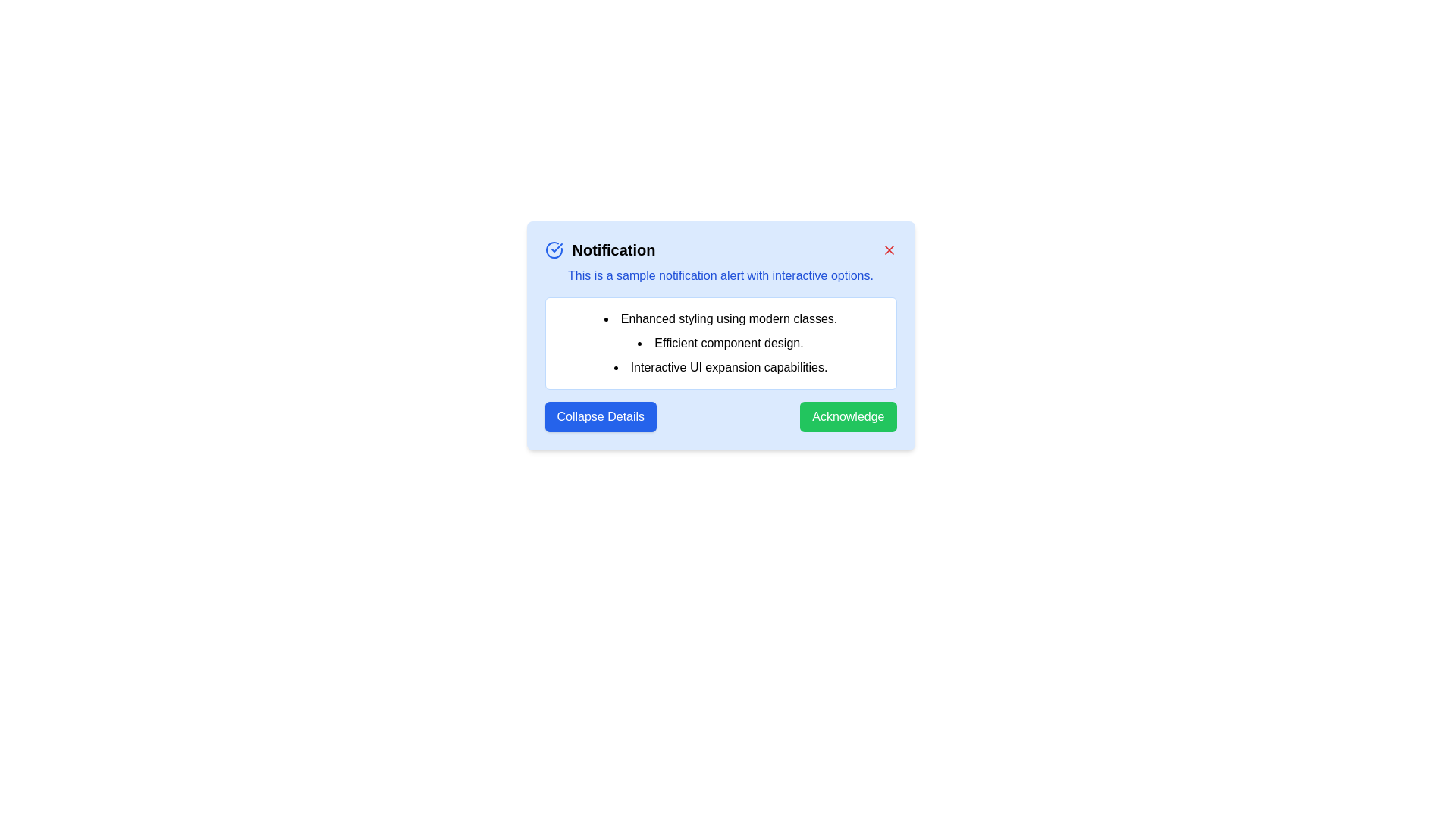  Describe the element at coordinates (889, 249) in the screenshot. I see `the close button to close the alert` at that location.